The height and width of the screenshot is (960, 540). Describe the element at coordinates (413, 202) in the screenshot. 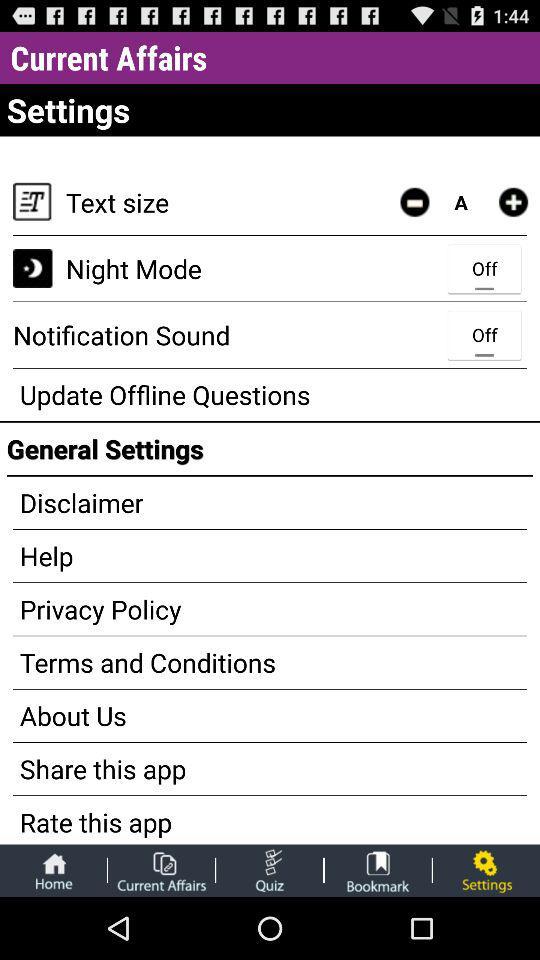

I see `app next to text size app` at that location.